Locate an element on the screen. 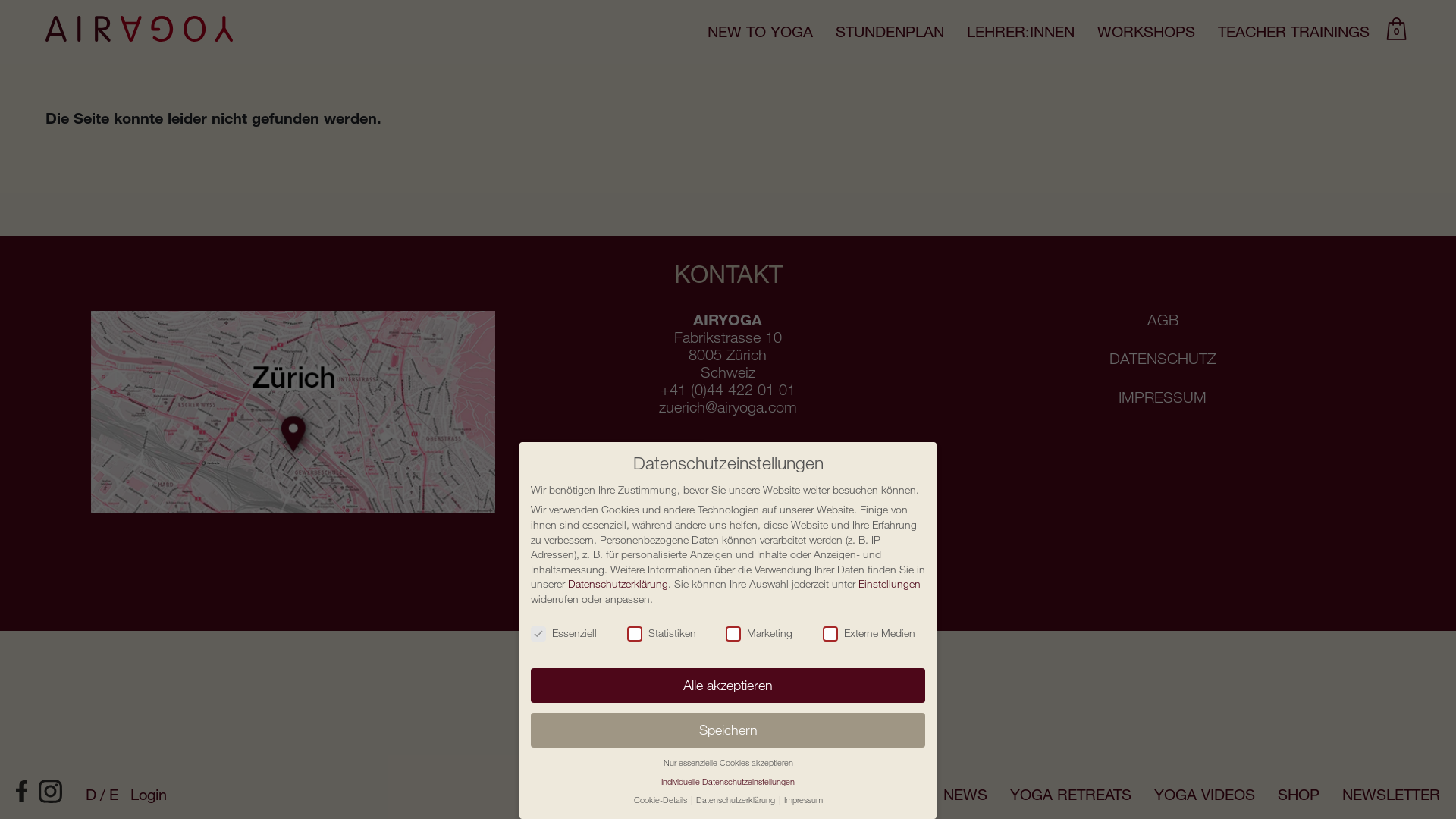  'NEWSLETTER' is located at coordinates (1391, 793).